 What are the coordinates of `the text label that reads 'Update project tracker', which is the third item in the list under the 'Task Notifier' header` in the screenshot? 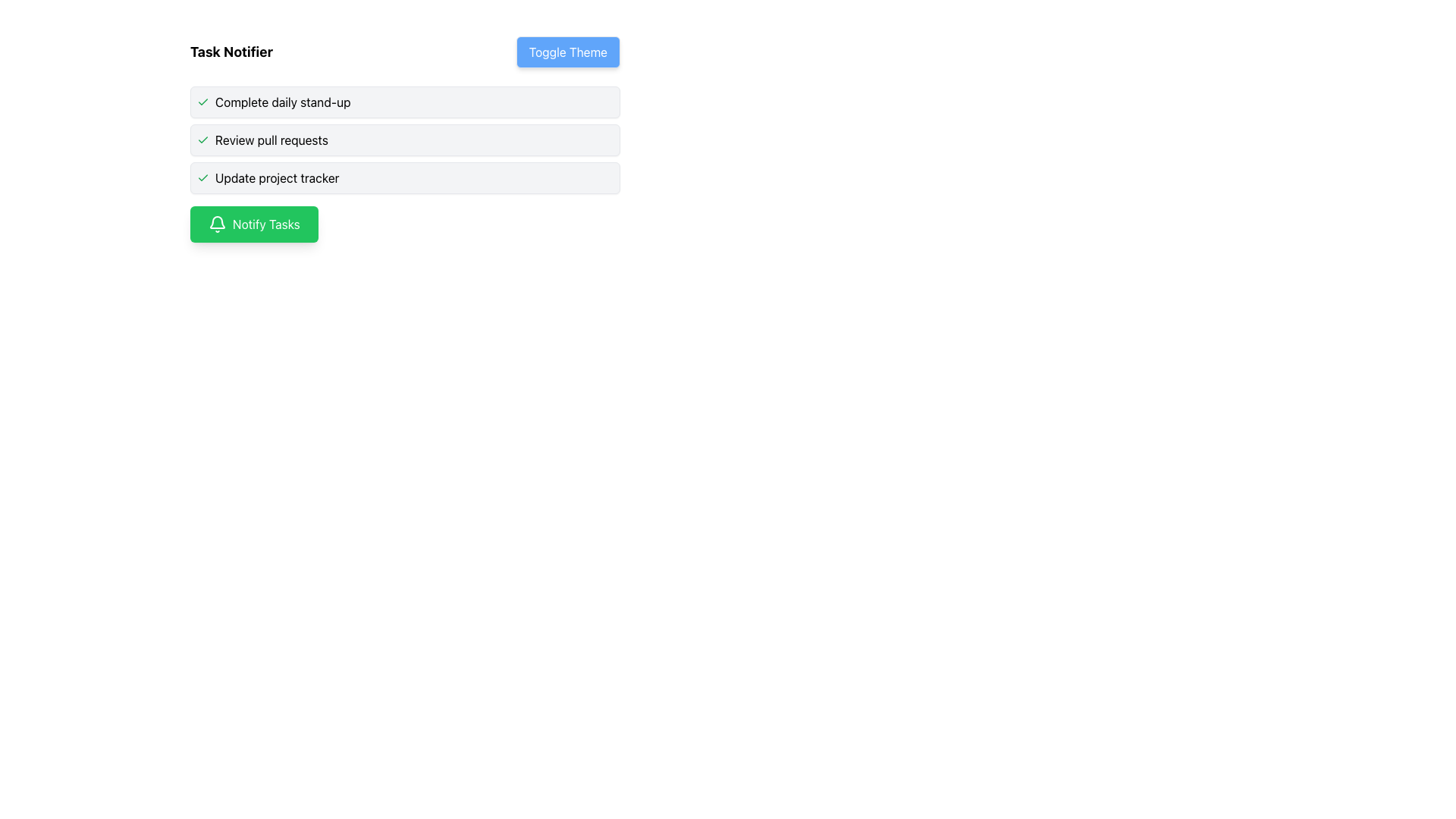 It's located at (277, 177).